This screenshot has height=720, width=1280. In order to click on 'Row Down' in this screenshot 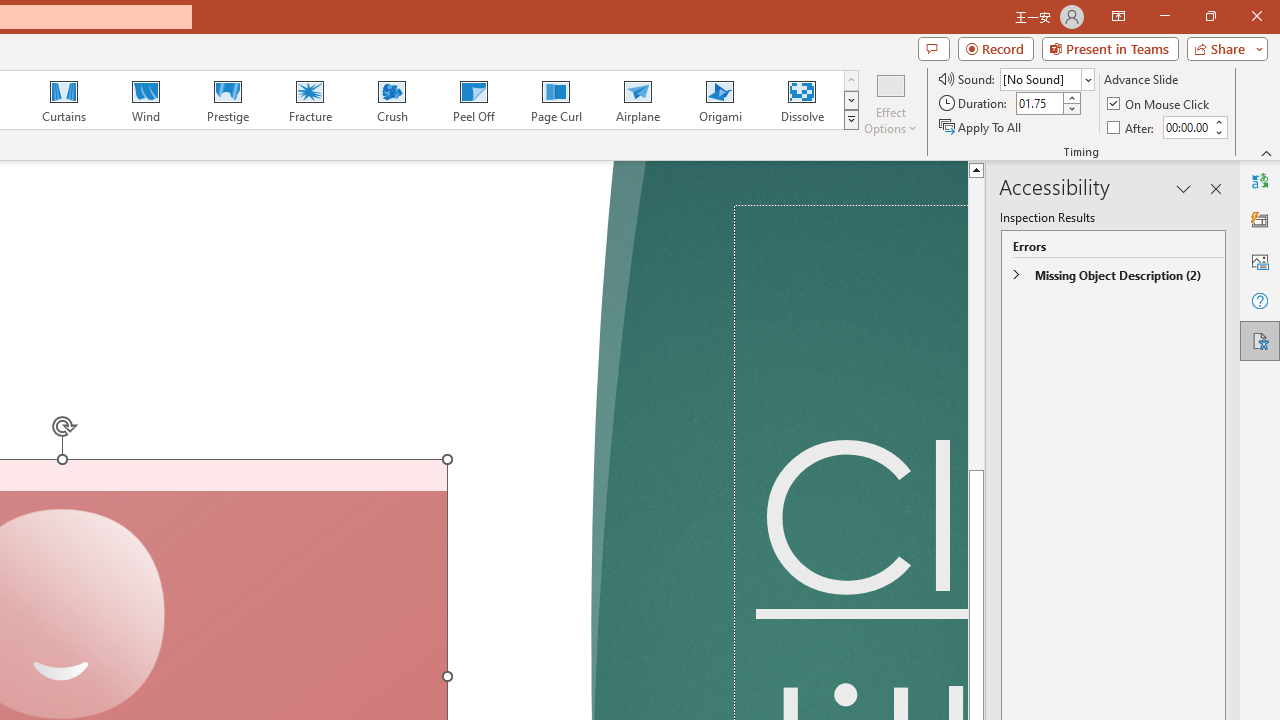, I will do `click(851, 100)`.